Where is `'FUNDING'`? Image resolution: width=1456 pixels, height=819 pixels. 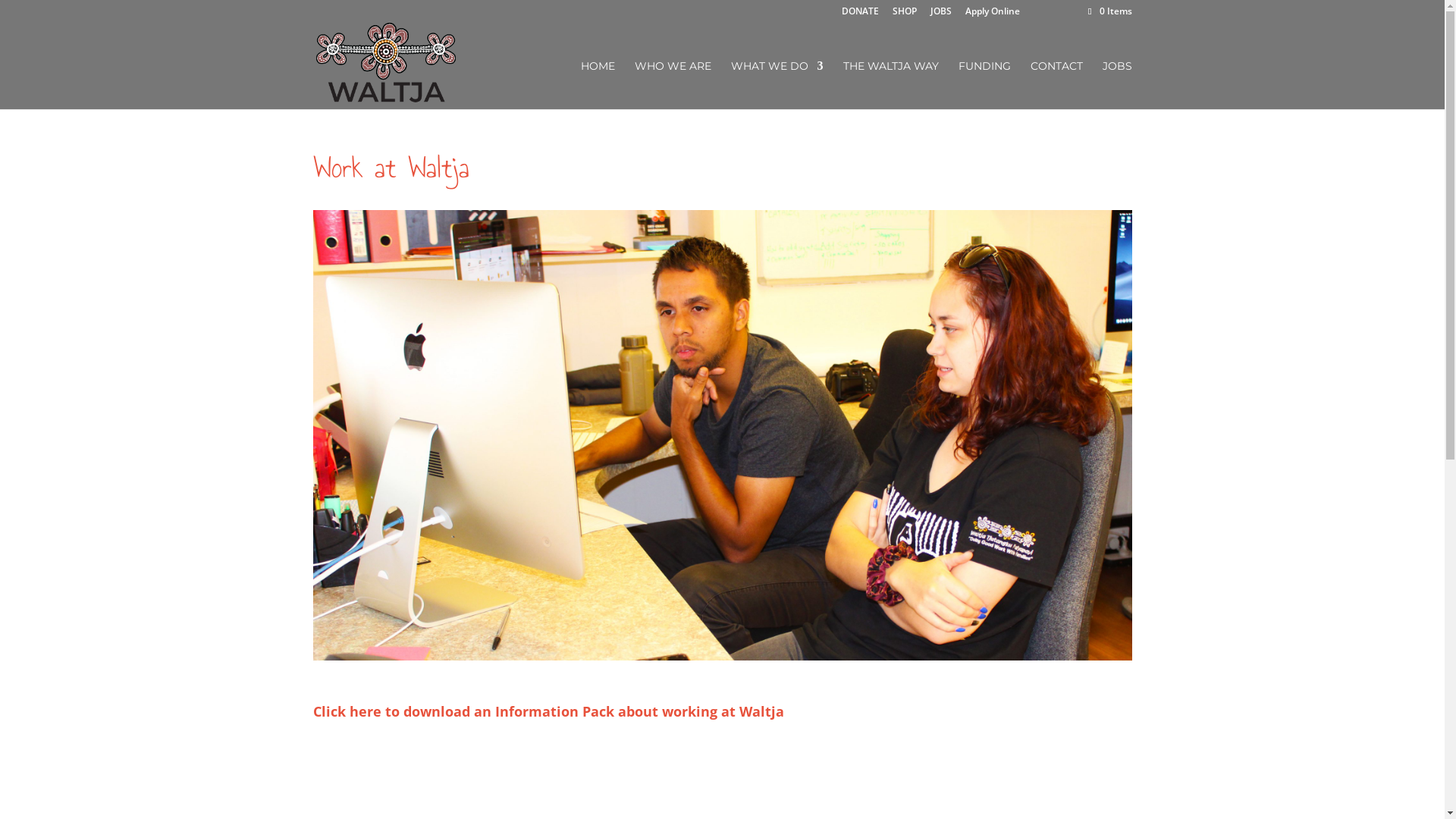 'FUNDING' is located at coordinates (984, 84).